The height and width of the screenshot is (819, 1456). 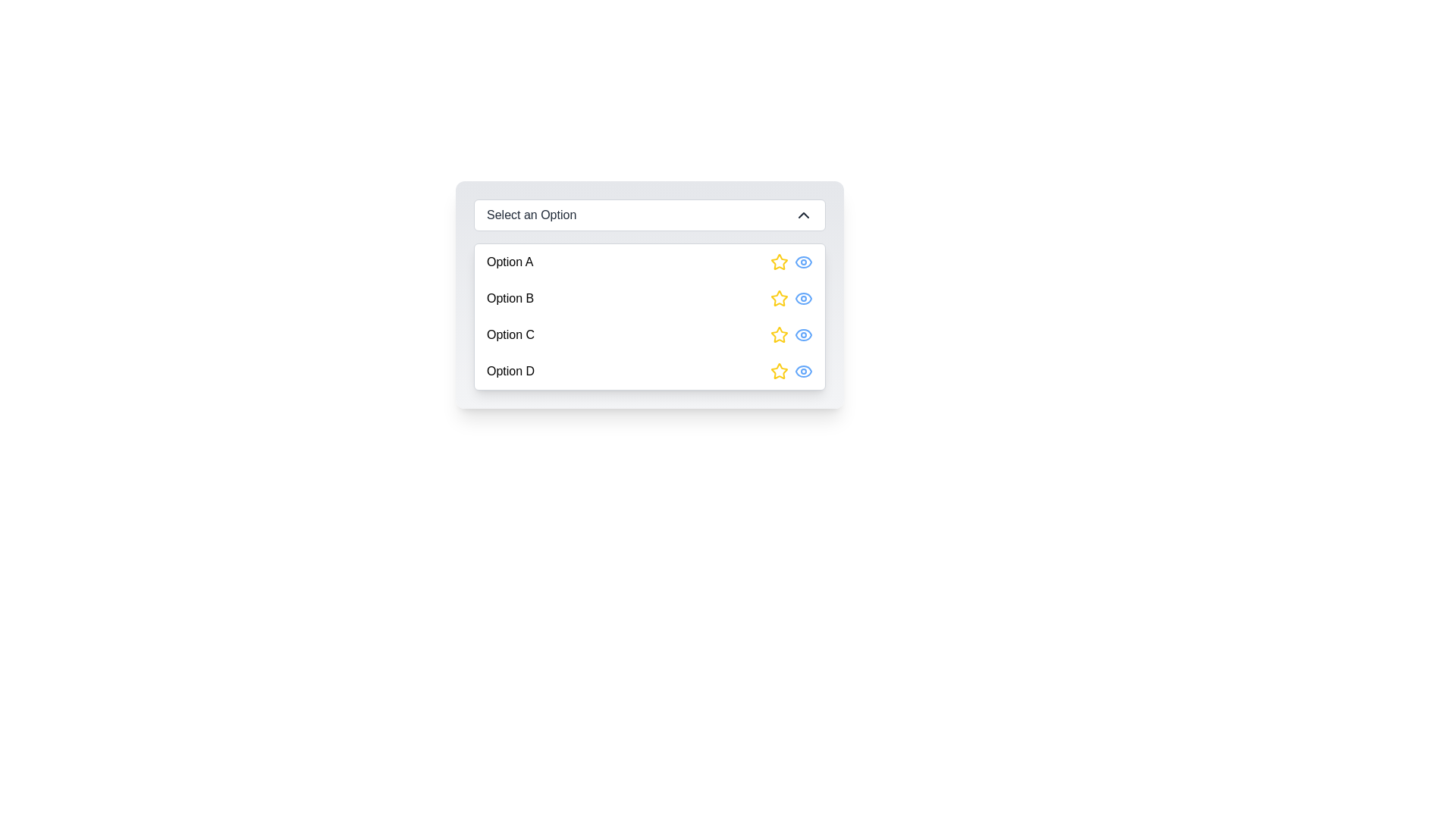 What do you see at coordinates (650, 371) in the screenshot?
I see `the fourth entry in the dropdown list labeled 'Option D'` at bounding box center [650, 371].